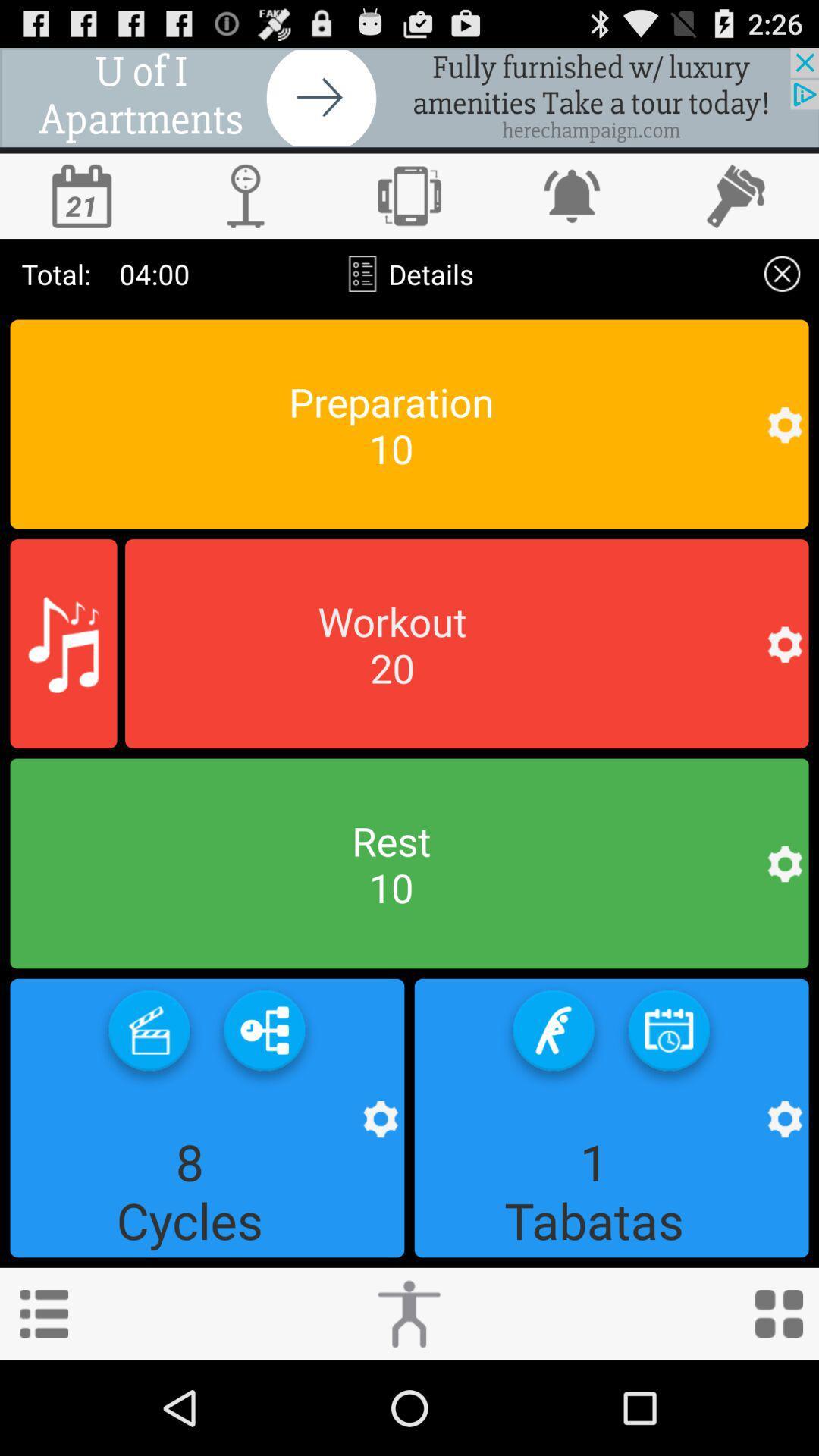  I want to click on the song, so click(63, 644).